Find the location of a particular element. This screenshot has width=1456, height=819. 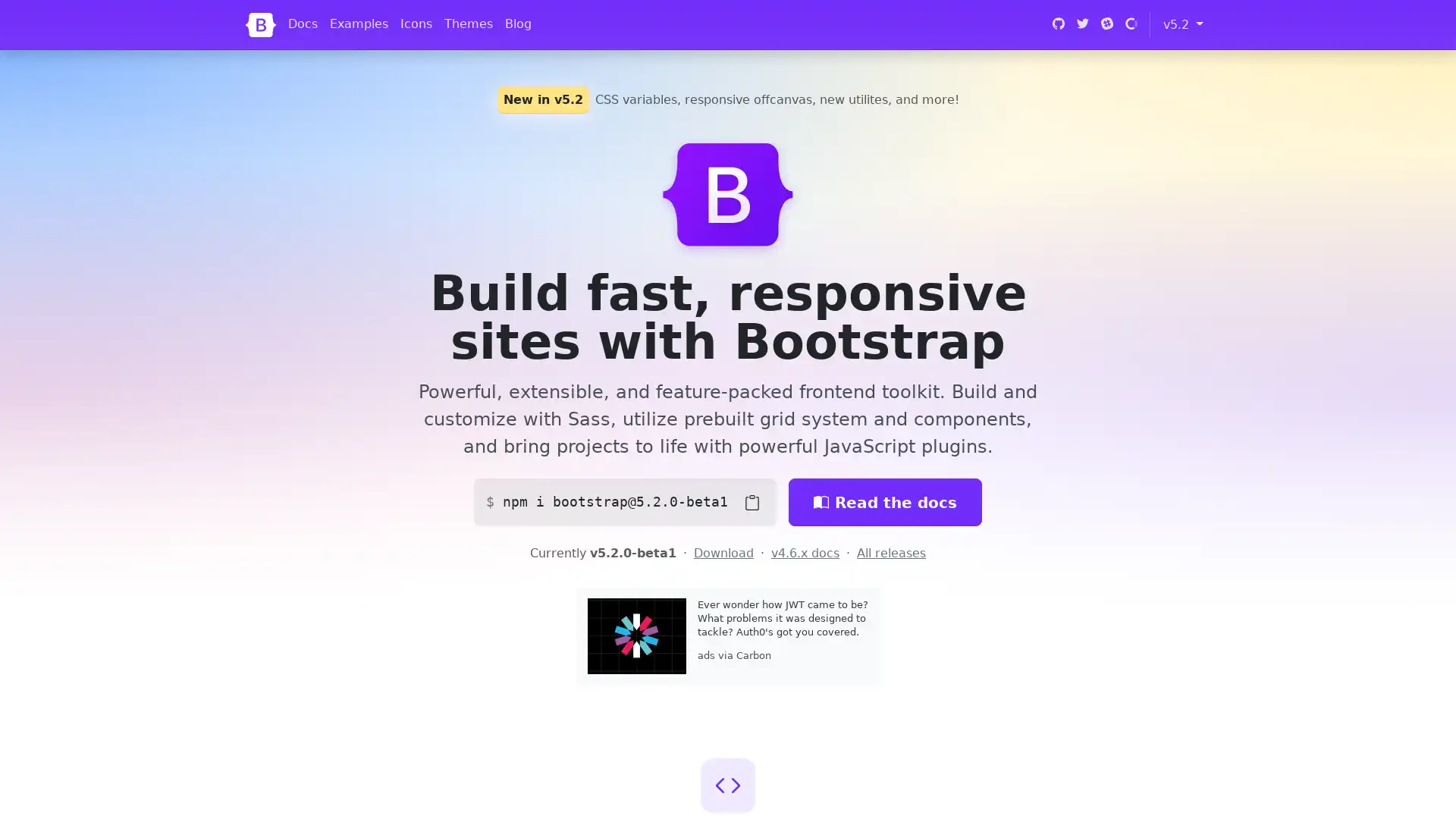

v5.2 is located at coordinates (1182, 25).